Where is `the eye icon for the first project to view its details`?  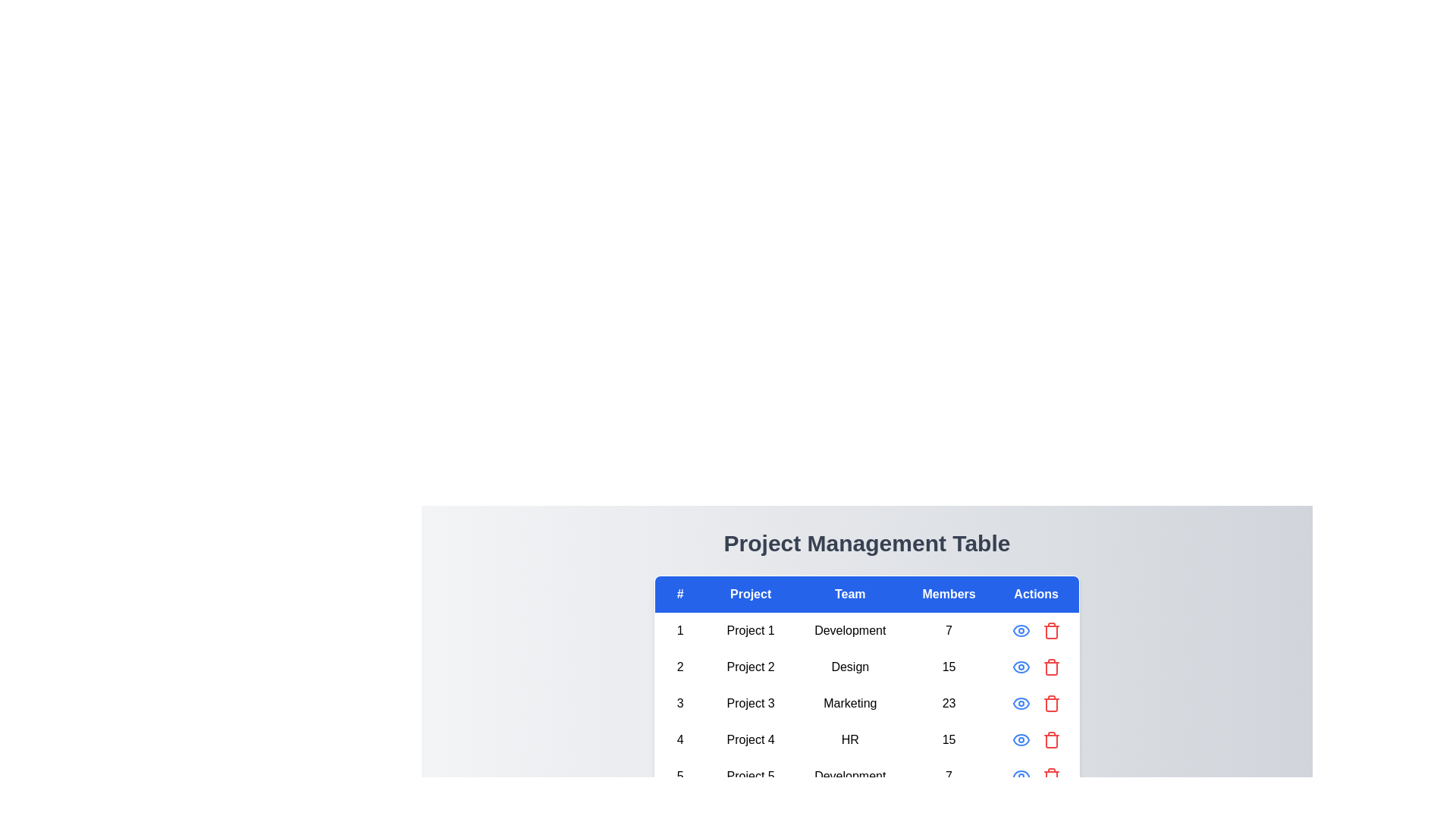 the eye icon for the first project to view its details is located at coordinates (1021, 631).